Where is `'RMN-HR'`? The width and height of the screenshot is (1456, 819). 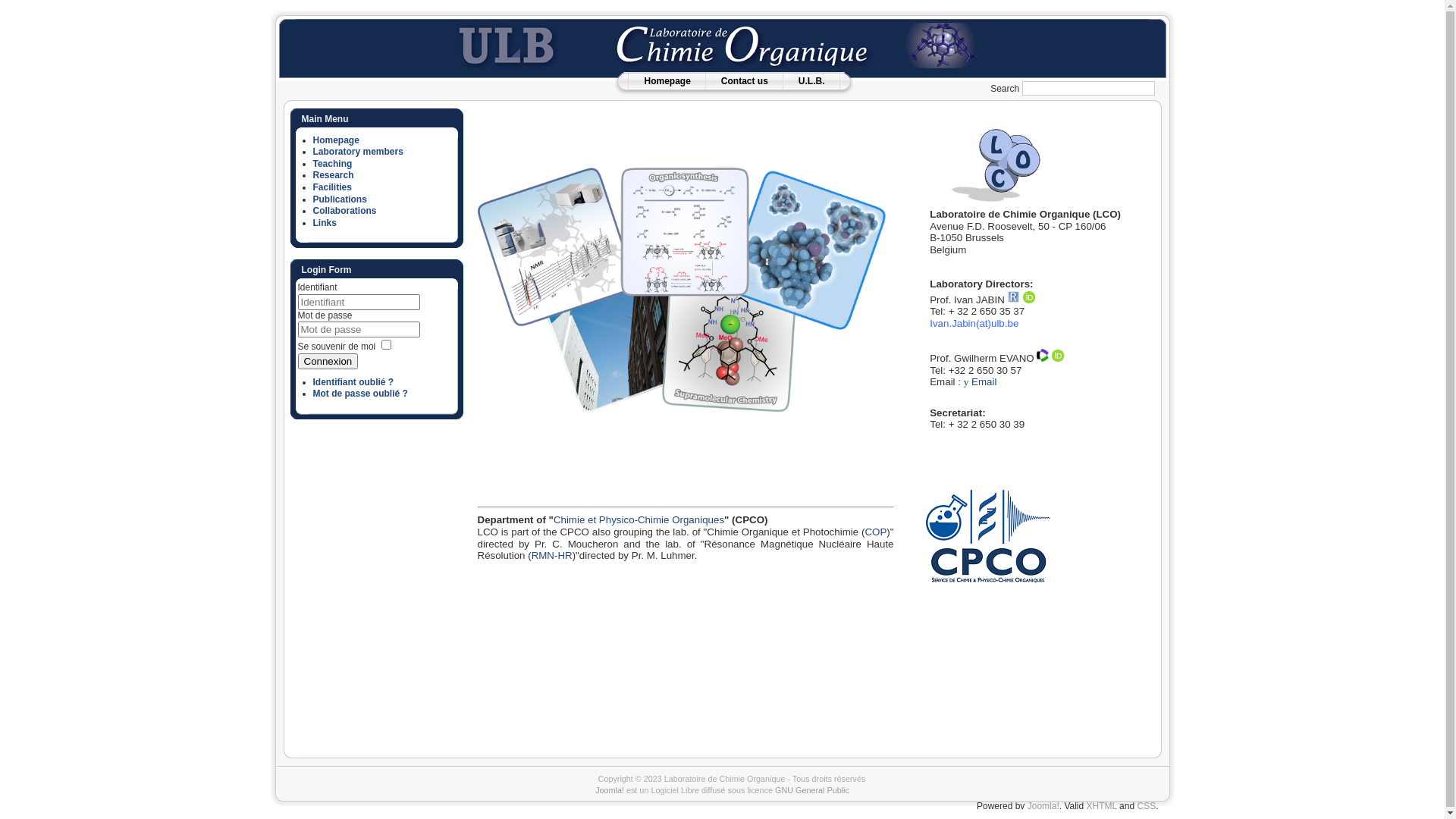 'RMN-HR' is located at coordinates (551, 555).